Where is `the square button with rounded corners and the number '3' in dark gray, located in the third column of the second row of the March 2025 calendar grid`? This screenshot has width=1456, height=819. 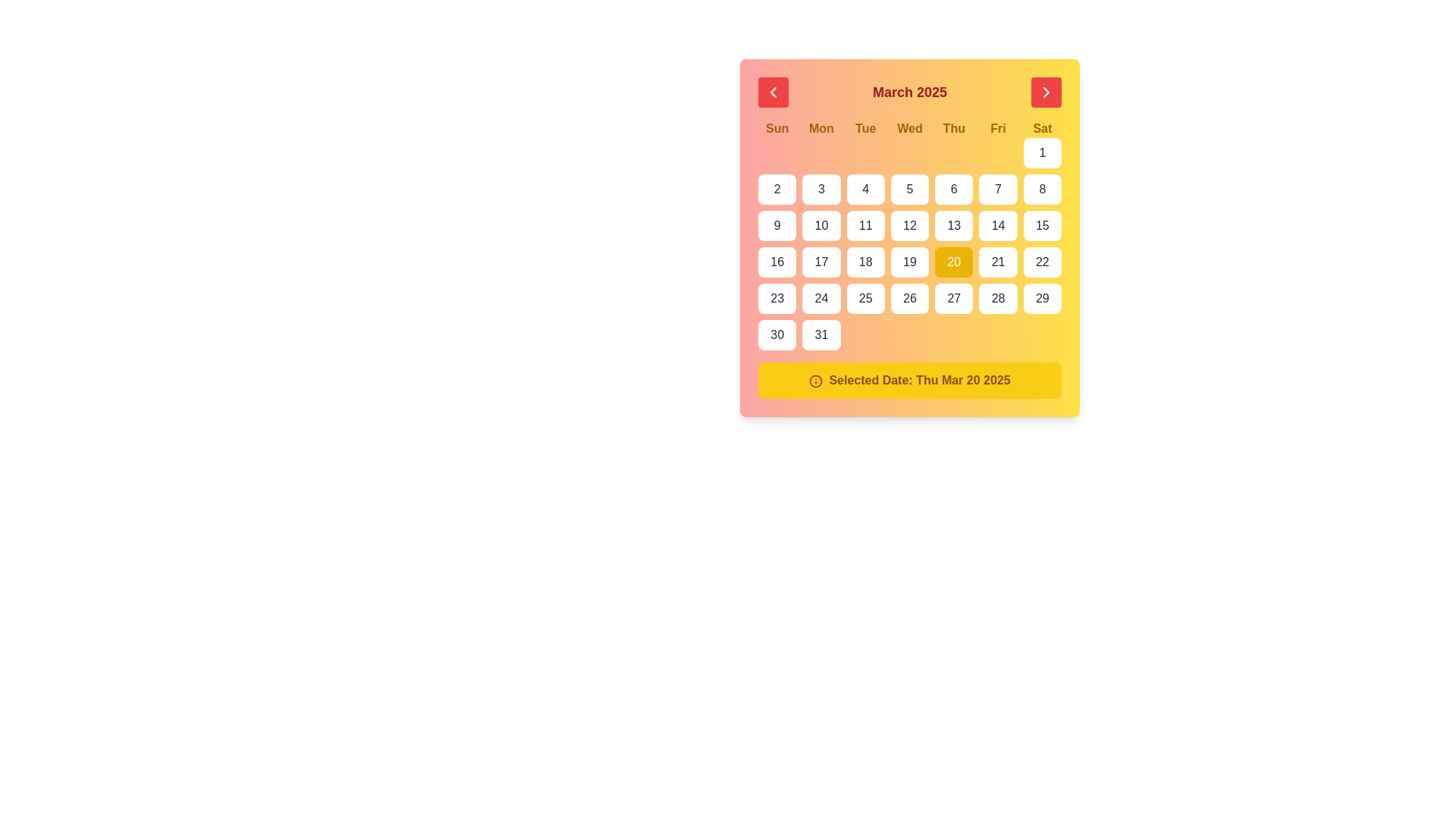
the square button with rounded corners and the number '3' in dark gray, located in the third column of the second row of the March 2025 calendar grid is located at coordinates (821, 189).